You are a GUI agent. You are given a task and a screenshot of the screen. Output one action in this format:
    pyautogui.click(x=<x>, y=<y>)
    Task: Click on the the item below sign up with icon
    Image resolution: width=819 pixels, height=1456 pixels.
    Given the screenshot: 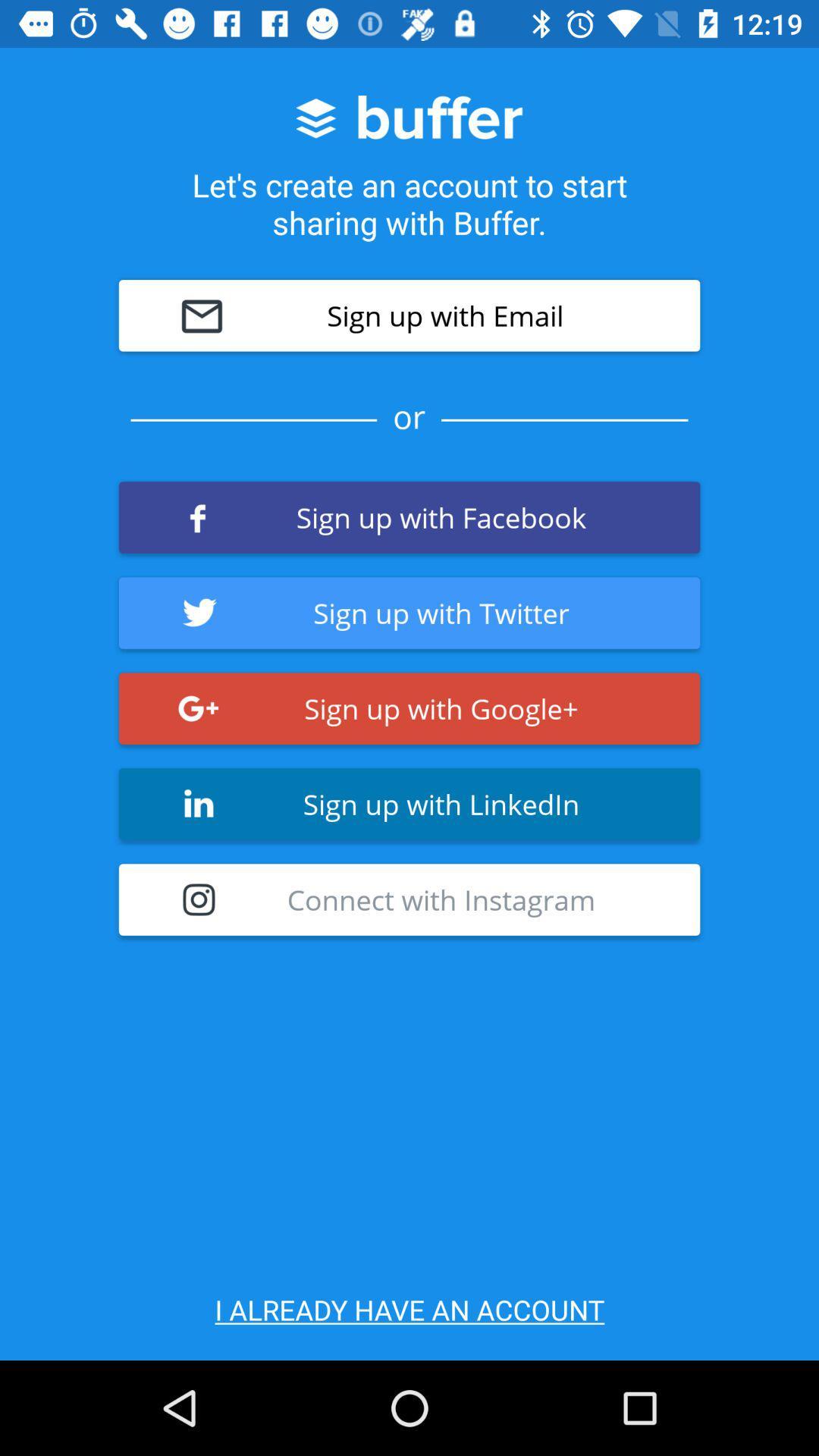 What is the action you would take?
    pyautogui.click(x=409, y=899)
    